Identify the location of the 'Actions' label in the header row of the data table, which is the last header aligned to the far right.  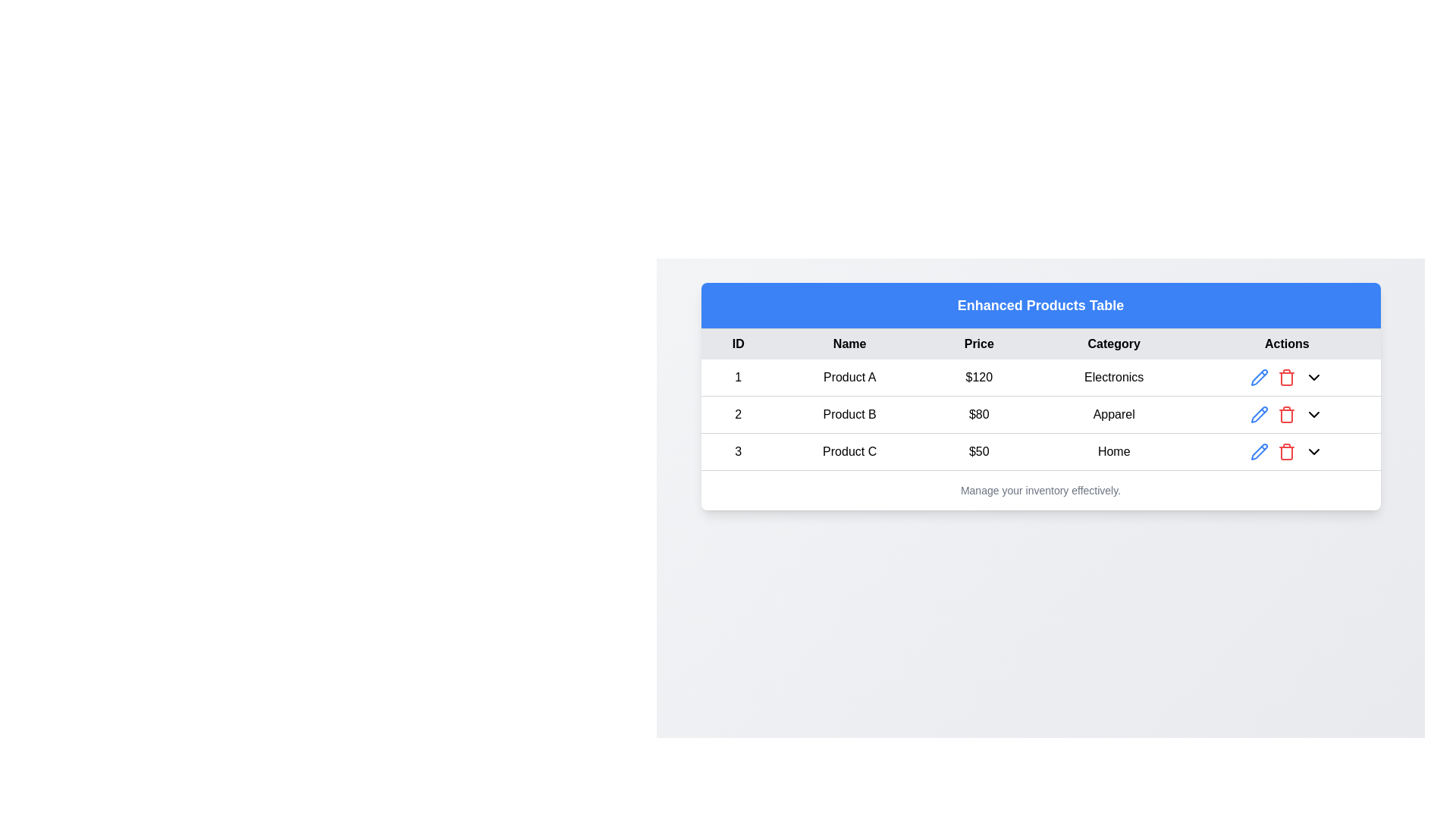
(1286, 344).